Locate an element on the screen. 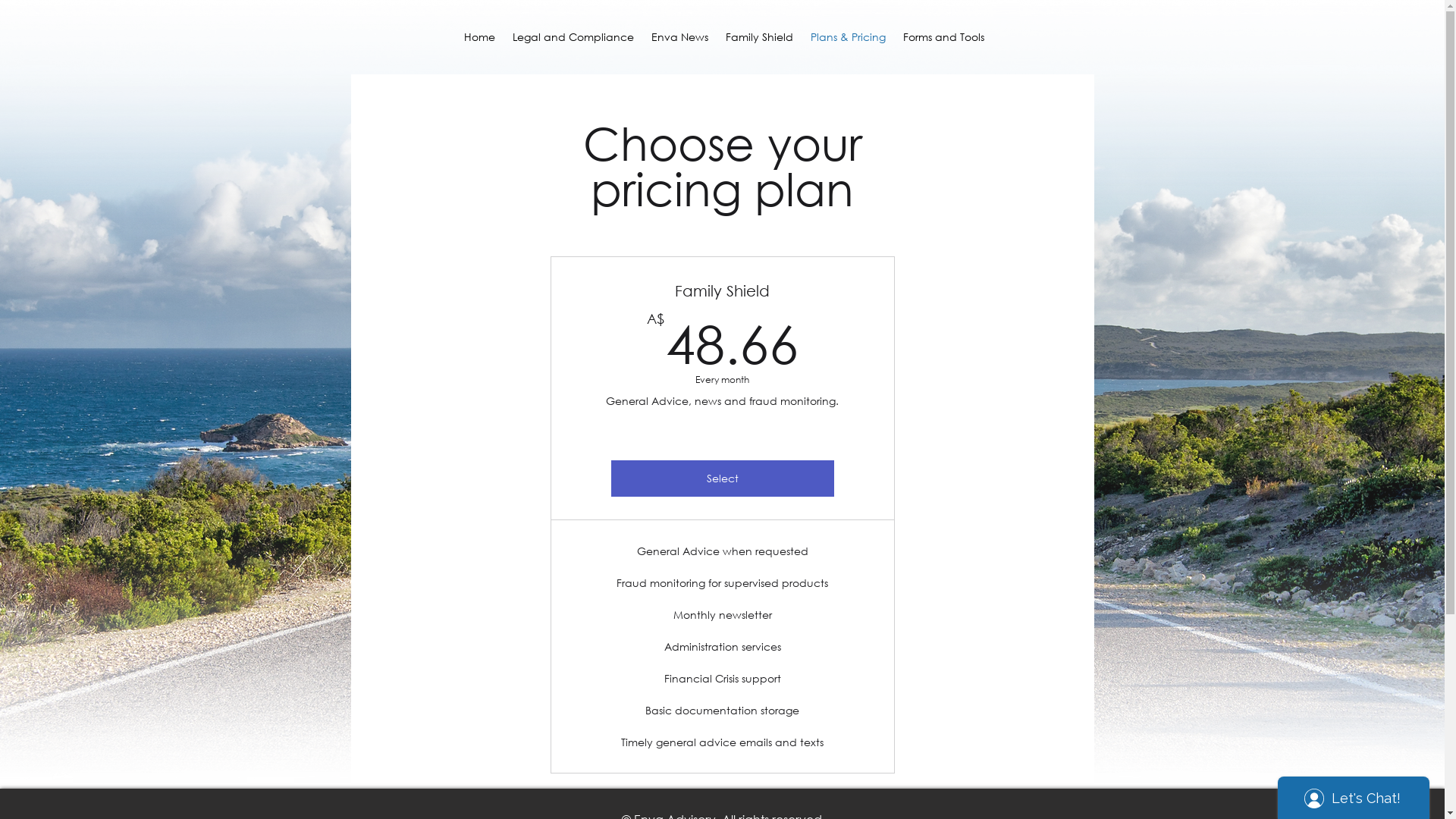 The height and width of the screenshot is (819, 1456). 'Plans & Pricing' is located at coordinates (801, 36).